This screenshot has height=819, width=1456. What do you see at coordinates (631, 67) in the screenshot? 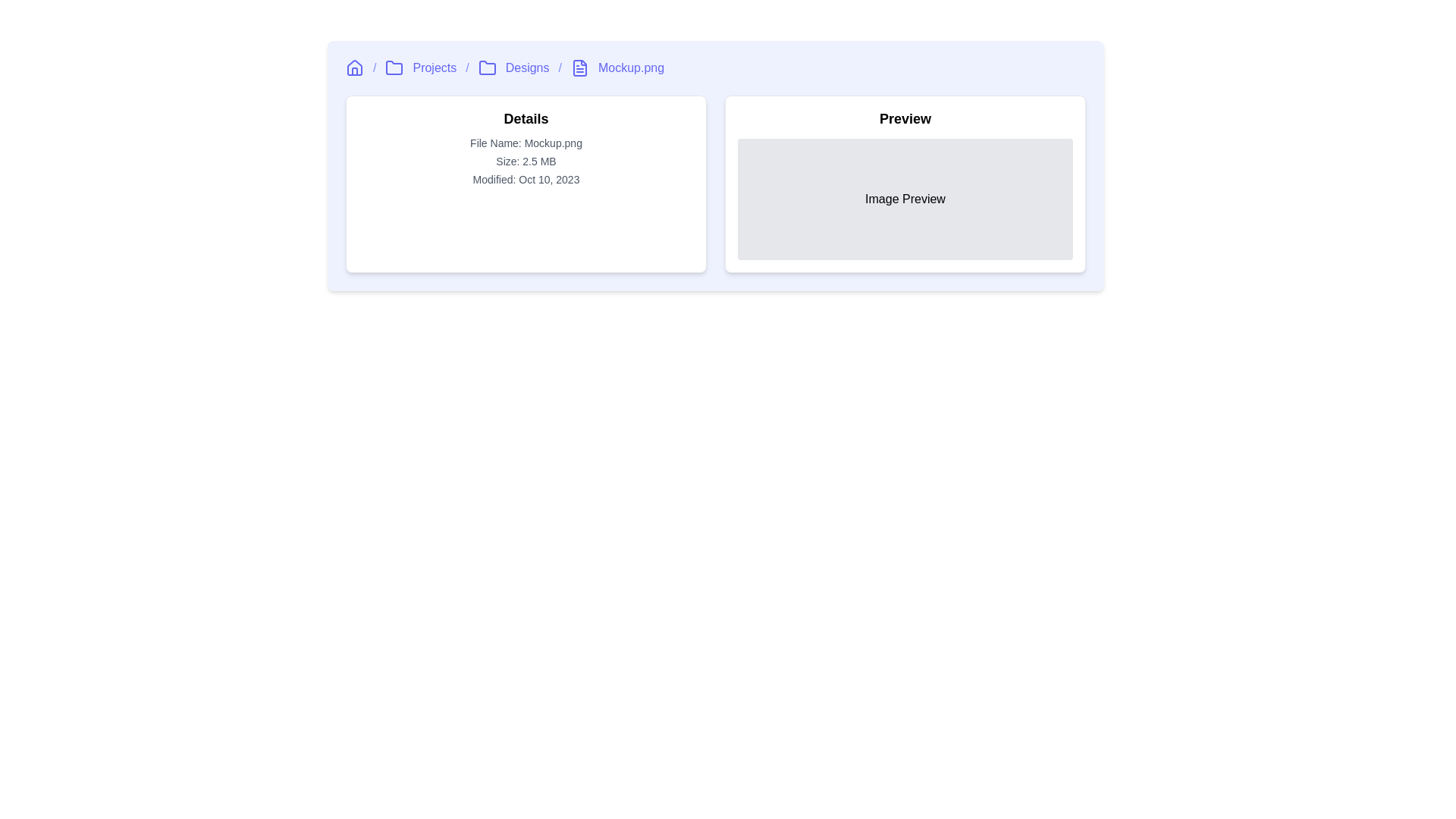
I see `the last segment of the breadcrumb navigation, which indicates the current file in focus` at bounding box center [631, 67].